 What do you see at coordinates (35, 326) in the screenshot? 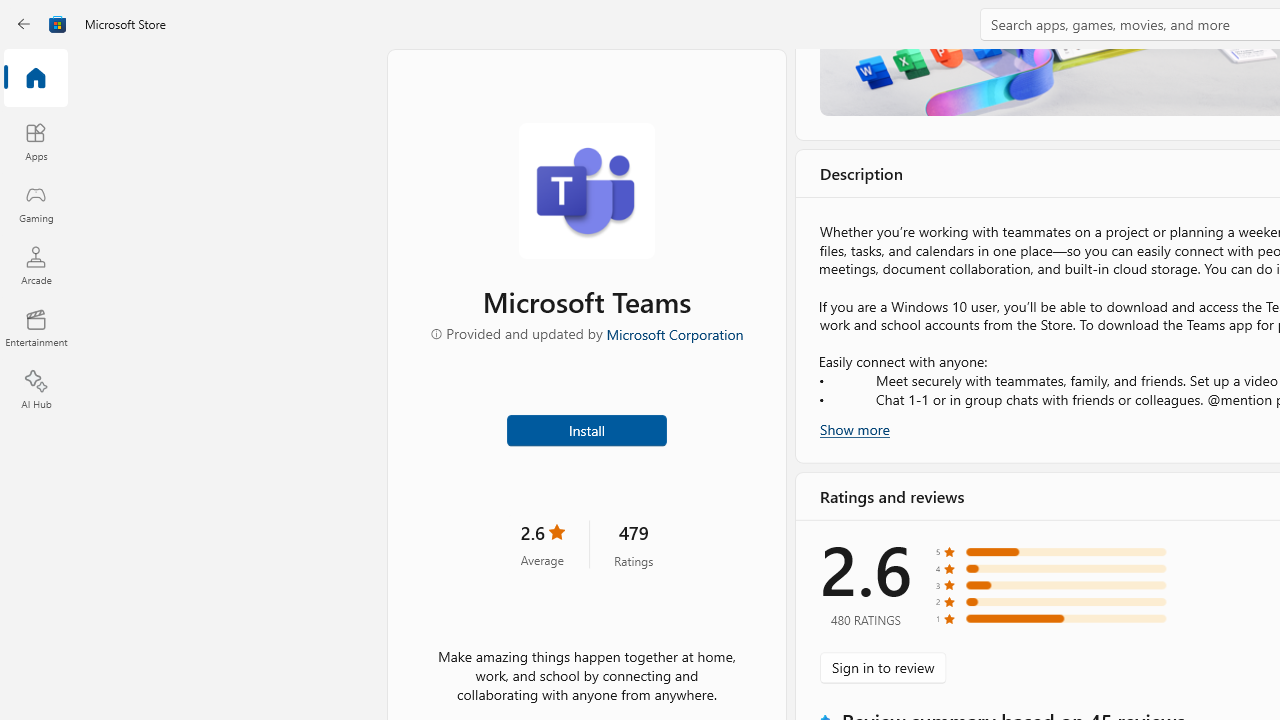
I see `'Entertainment'` at bounding box center [35, 326].